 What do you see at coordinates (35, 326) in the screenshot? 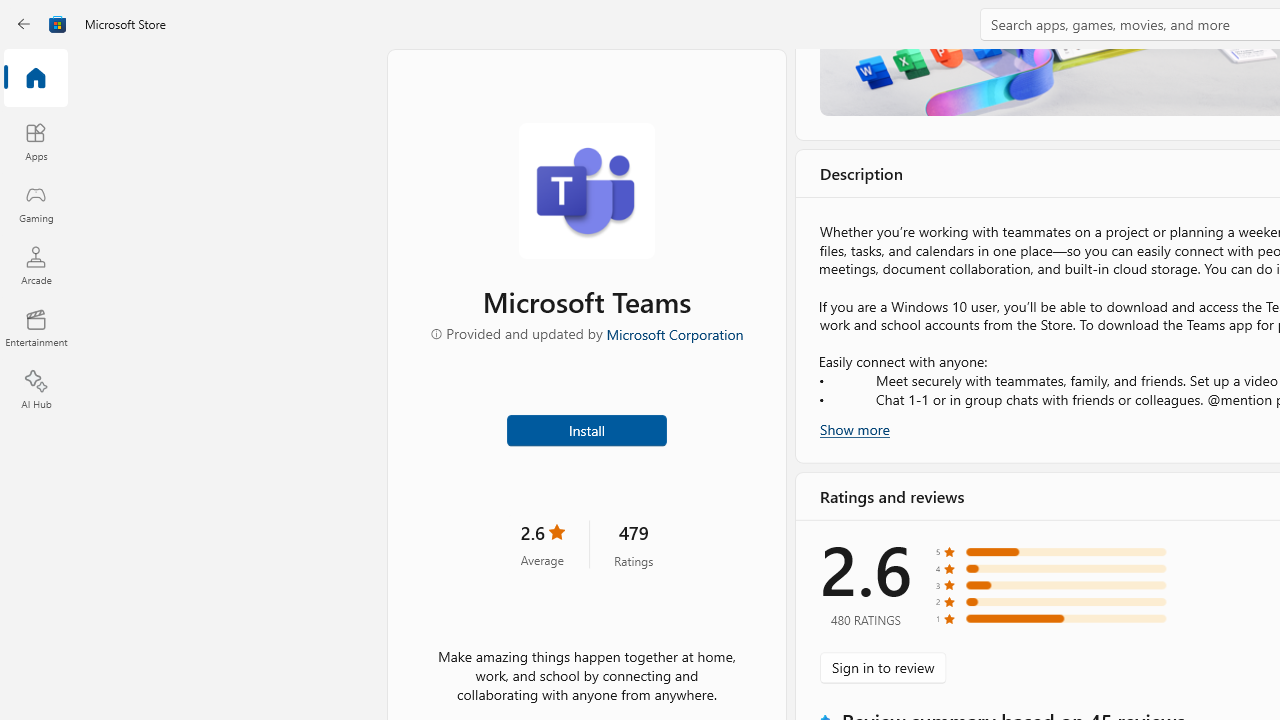
I see `'Entertainment'` at bounding box center [35, 326].